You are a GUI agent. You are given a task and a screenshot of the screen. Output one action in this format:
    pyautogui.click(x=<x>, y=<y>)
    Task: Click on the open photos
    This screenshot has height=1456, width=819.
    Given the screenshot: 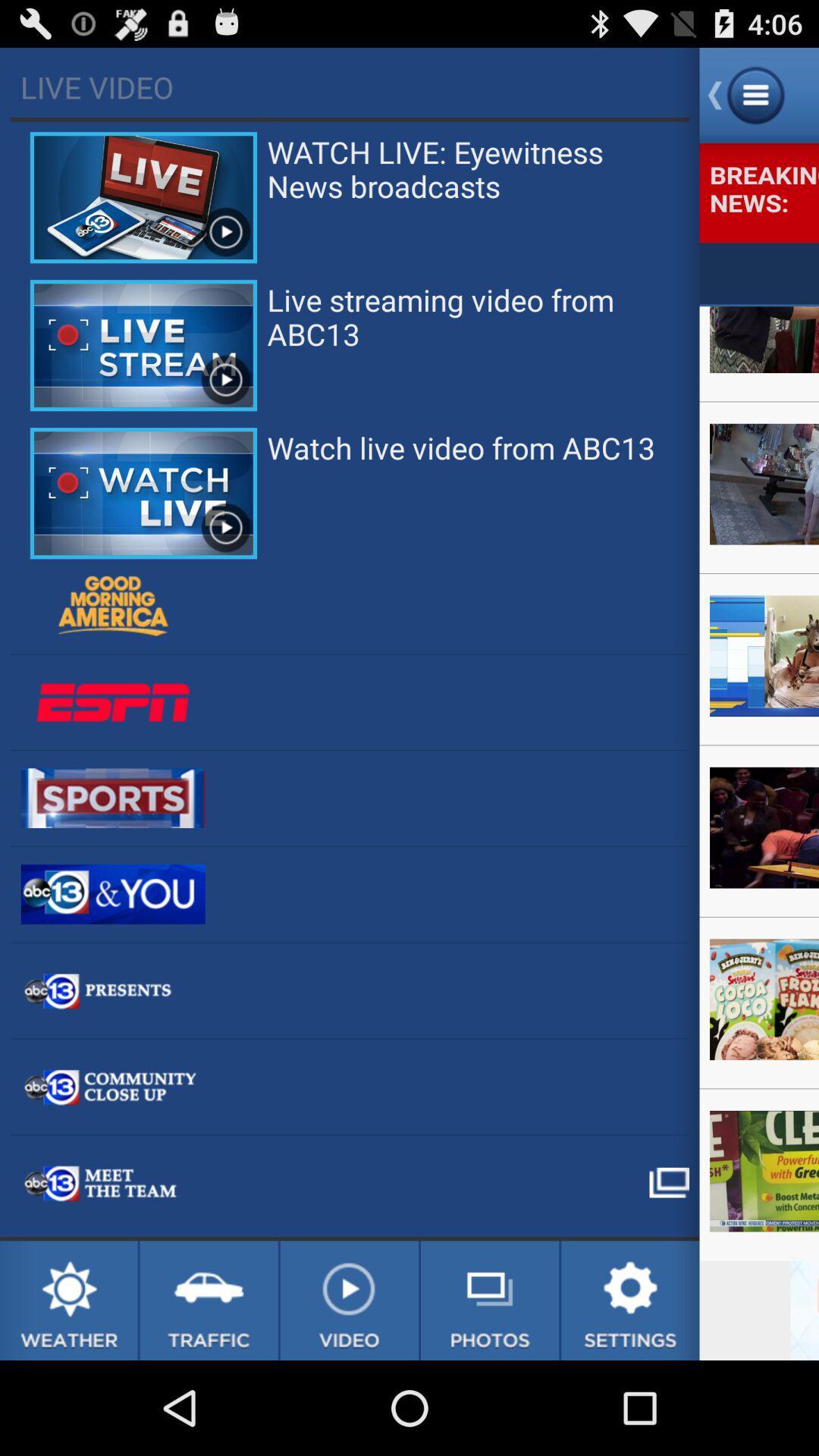 What is the action you would take?
    pyautogui.click(x=490, y=1300)
    